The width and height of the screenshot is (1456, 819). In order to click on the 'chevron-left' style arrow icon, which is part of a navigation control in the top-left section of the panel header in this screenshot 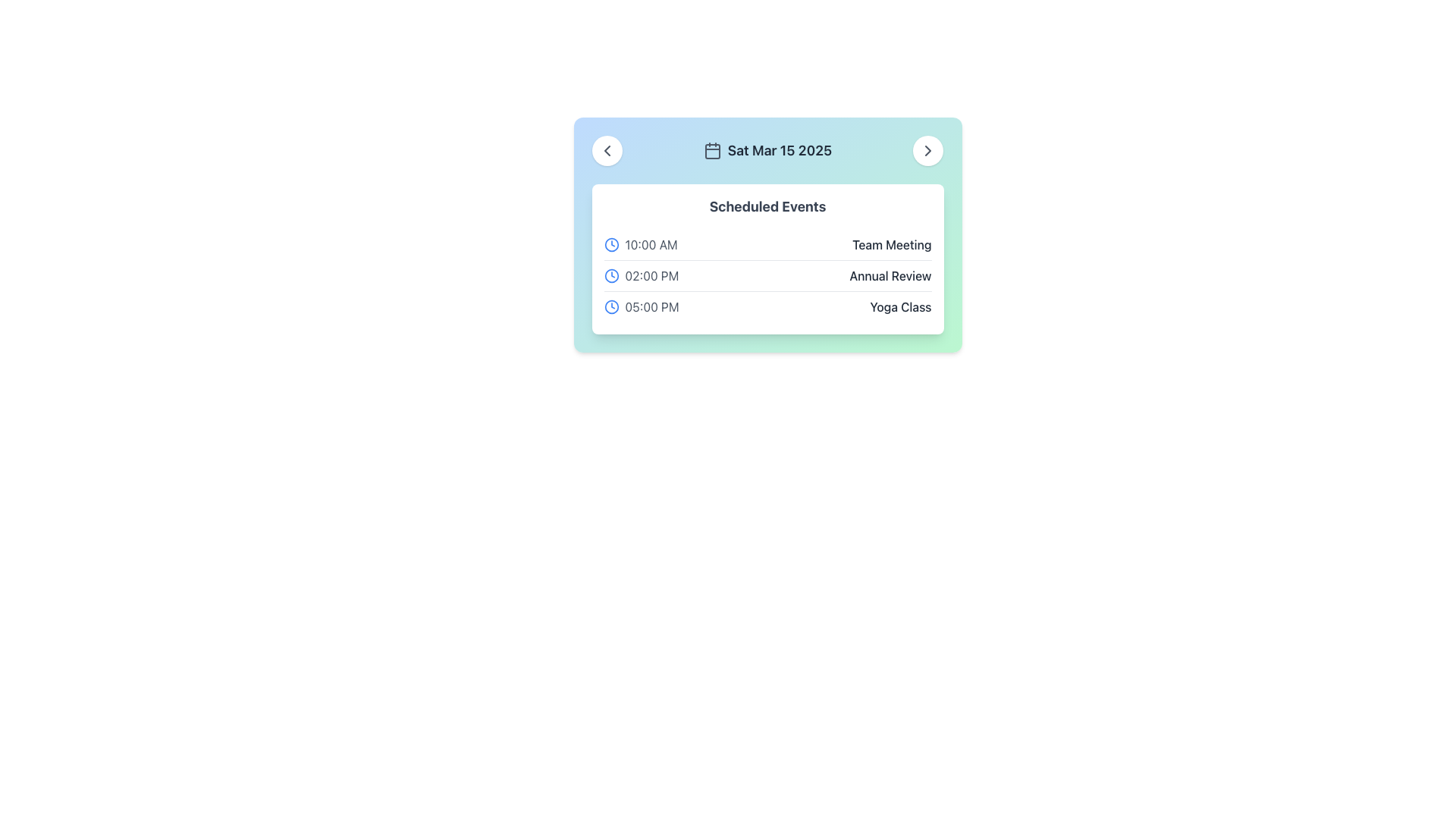, I will do `click(607, 151)`.